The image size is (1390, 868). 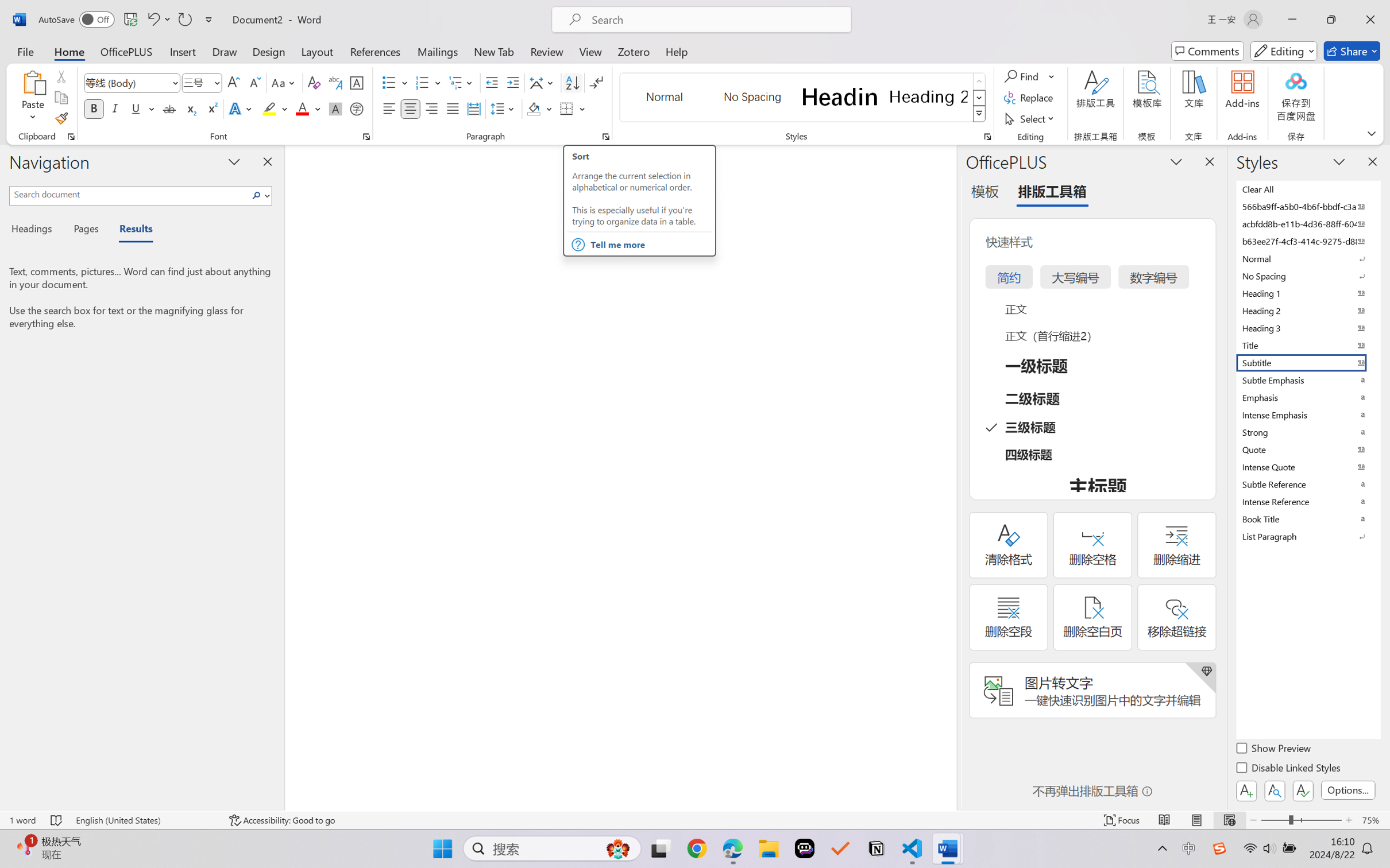 What do you see at coordinates (60, 75) in the screenshot?
I see `'Cut'` at bounding box center [60, 75].